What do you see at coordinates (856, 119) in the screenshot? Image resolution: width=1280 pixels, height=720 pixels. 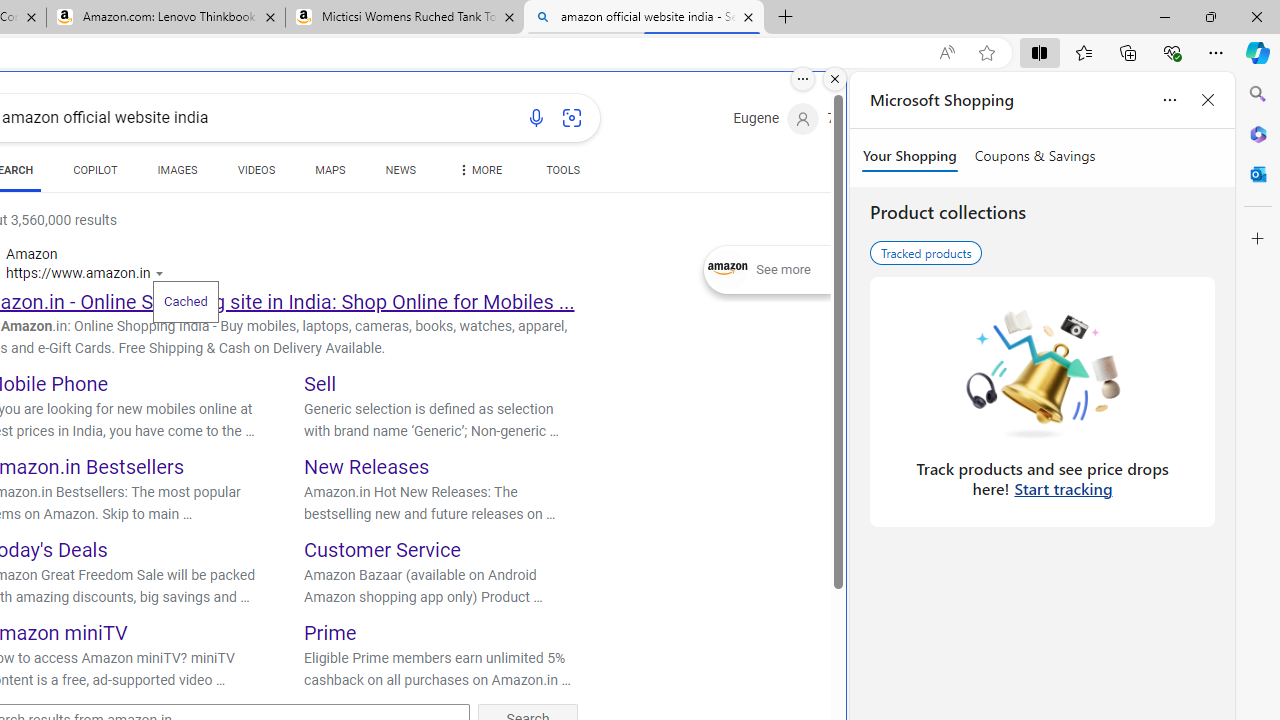 I see `'Microsoft Rewards 72'` at bounding box center [856, 119].